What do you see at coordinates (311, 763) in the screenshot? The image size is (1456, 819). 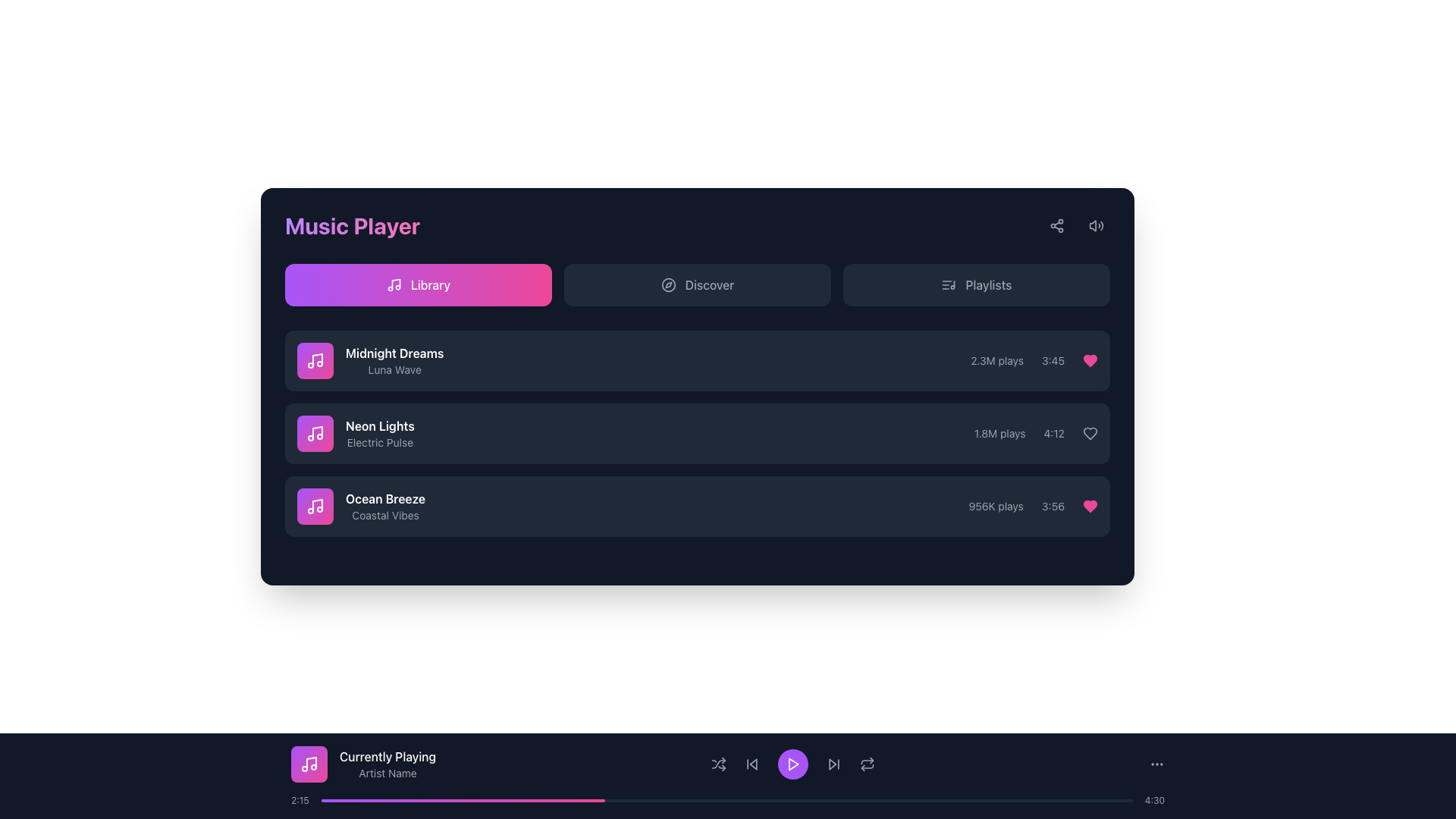 I see `the vertical line resembling a musical note's stem located in the bottom section of the music player interface within the 'Currently Playing' area` at bounding box center [311, 763].